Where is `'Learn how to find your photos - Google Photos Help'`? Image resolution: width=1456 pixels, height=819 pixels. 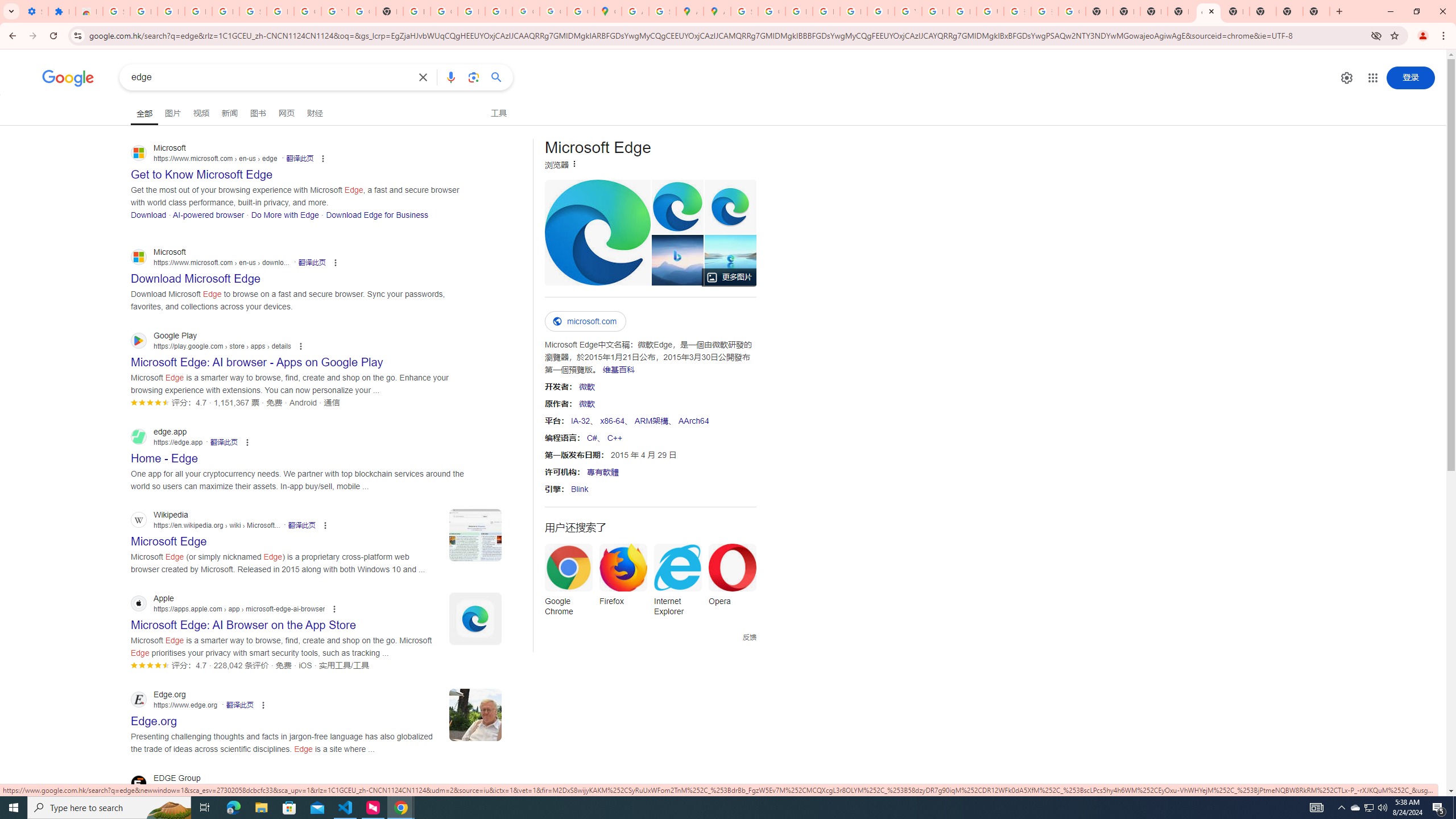 'Learn how to find your photos - Google Photos Help' is located at coordinates (197, 11).